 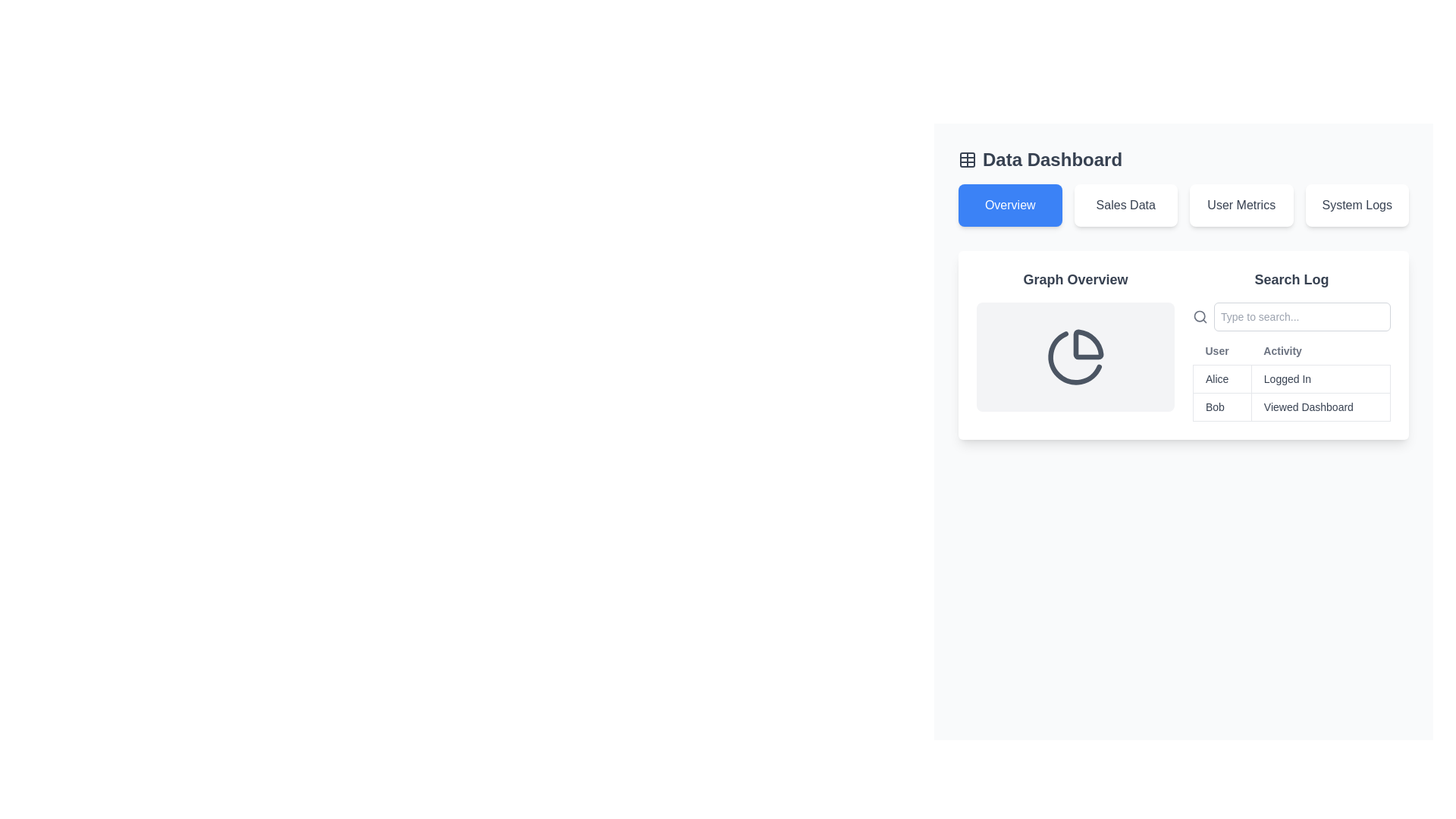 What do you see at coordinates (1075, 356) in the screenshot?
I see `the icon that visually indicates an overview or summary, located within the white card labeled 'Graph Overview' in the middle-right area of the page layout` at bounding box center [1075, 356].